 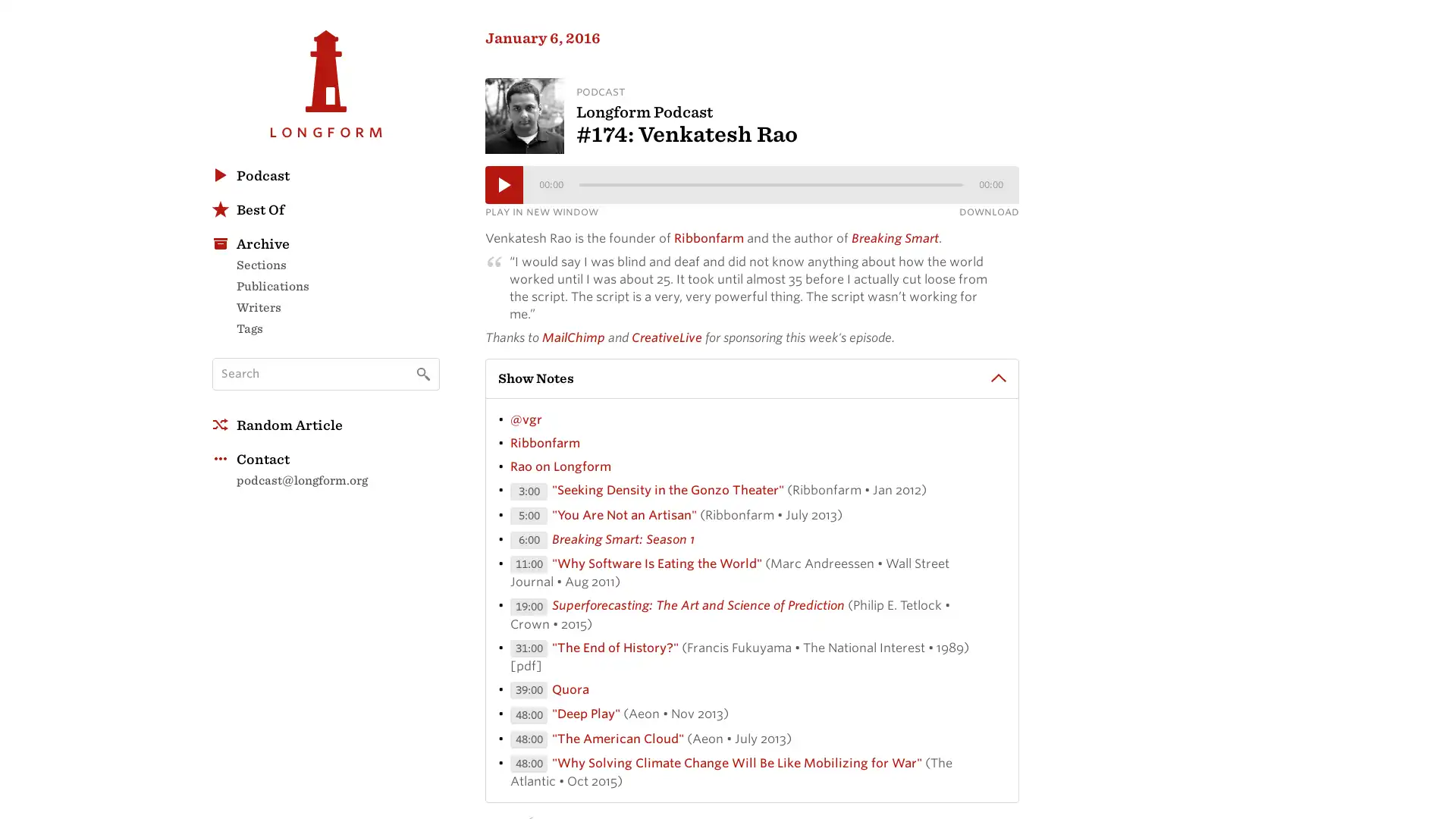 I want to click on 31:00, so click(x=529, y=651).